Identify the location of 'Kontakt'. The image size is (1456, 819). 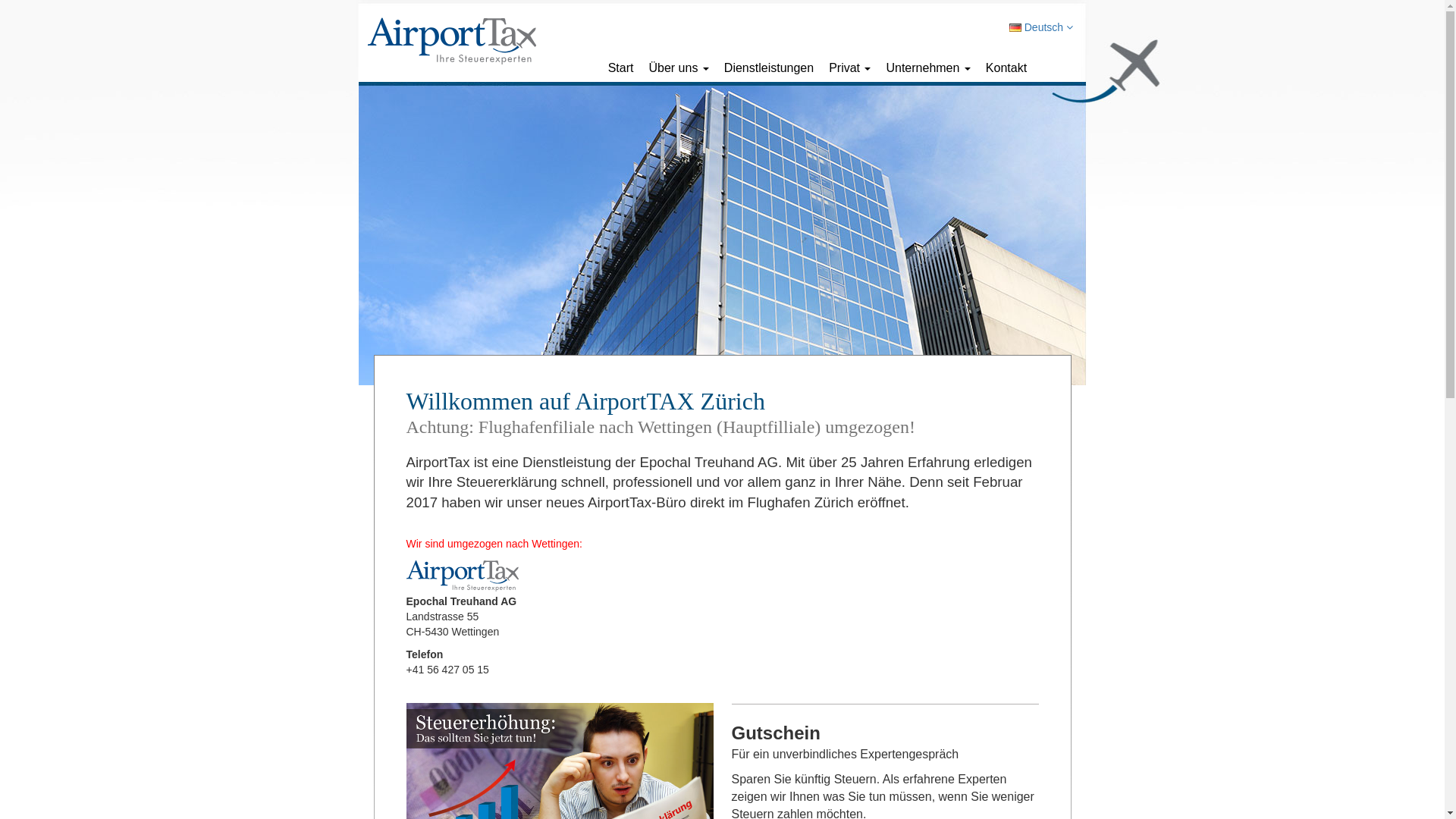
(978, 67).